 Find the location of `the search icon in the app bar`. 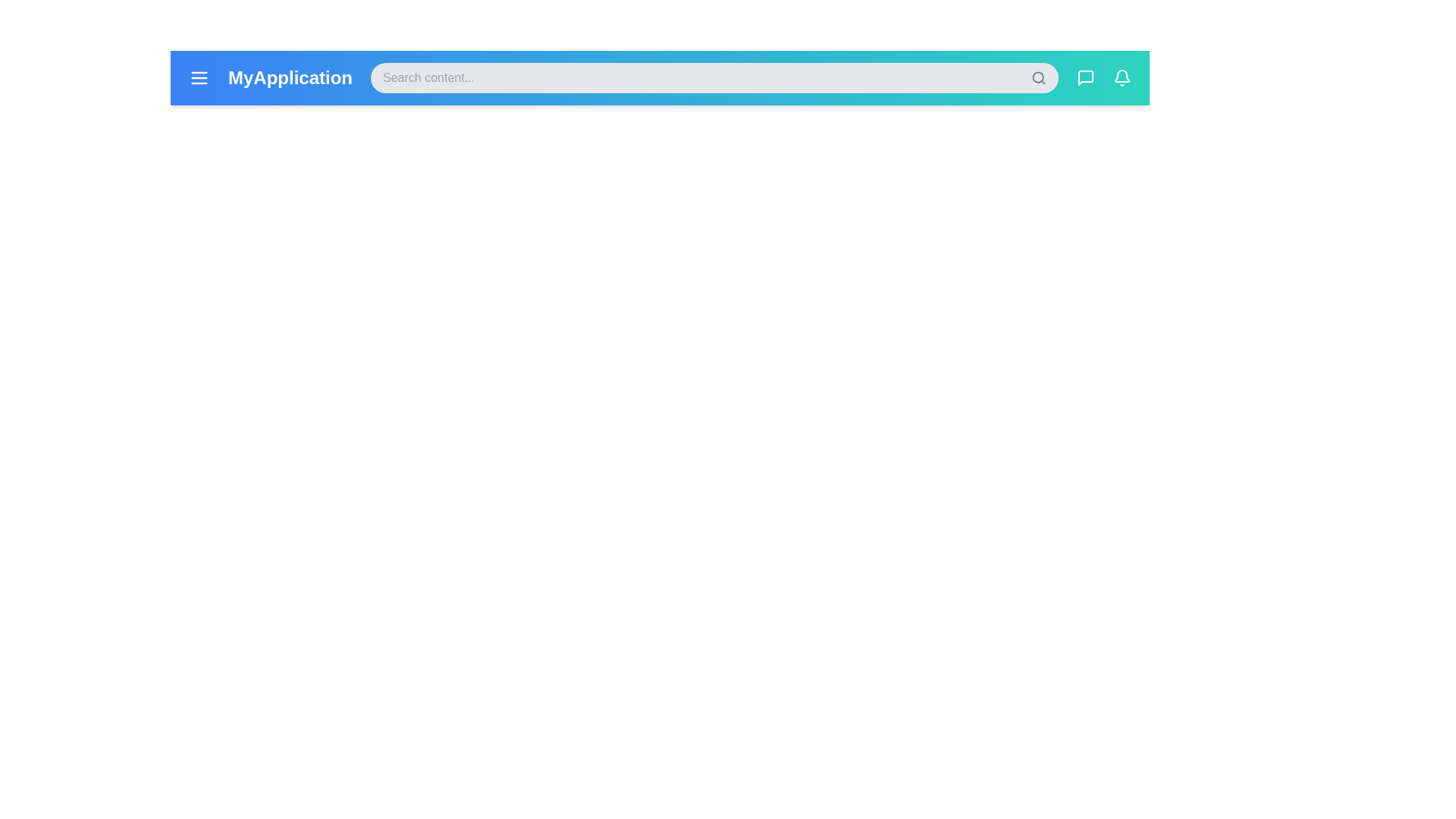

the search icon in the app bar is located at coordinates (1037, 78).